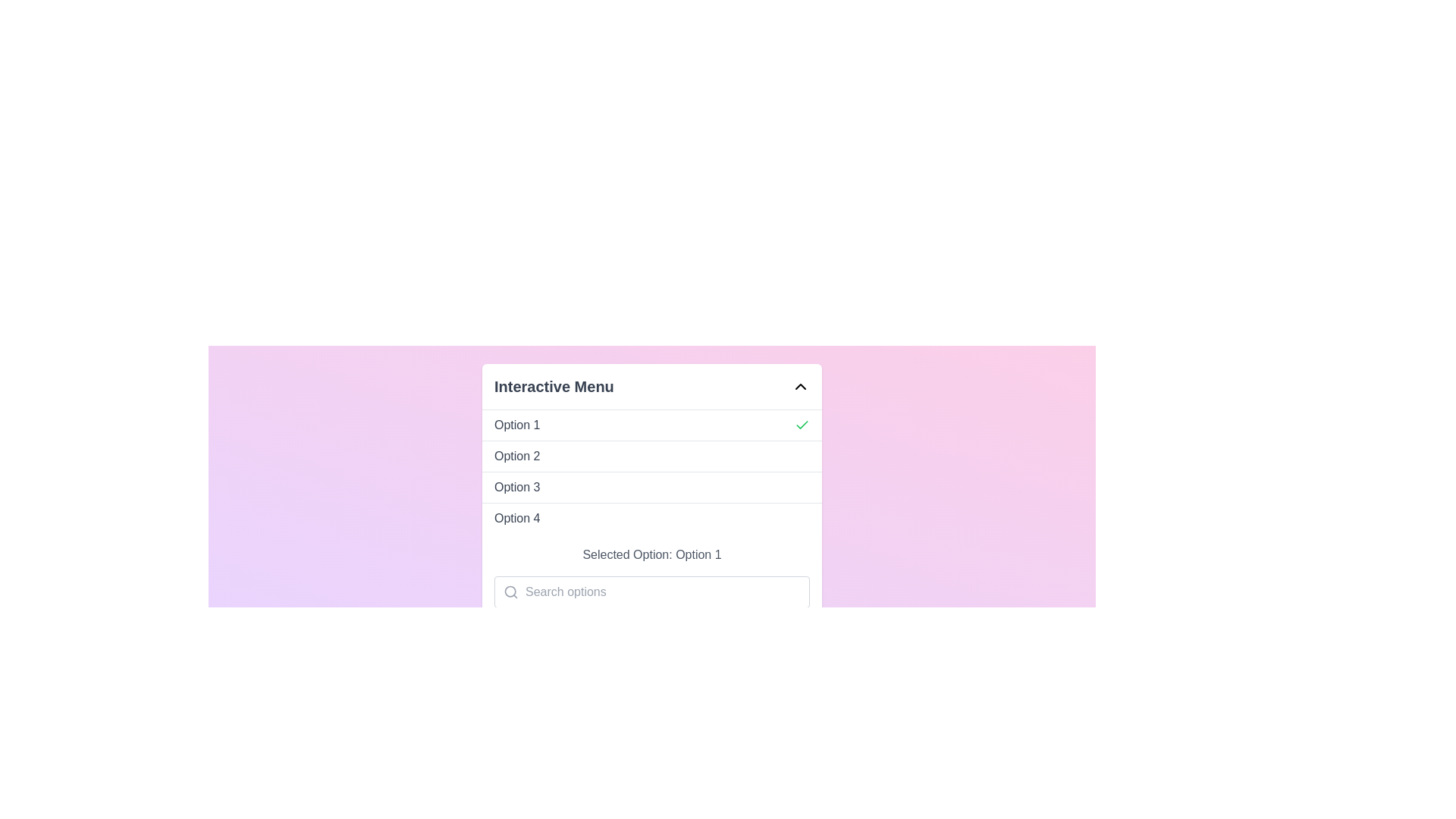  Describe the element at coordinates (801, 424) in the screenshot. I see `the small green checkmark icon located next to the text 'Option 1' in the dropdown menu` at that location.